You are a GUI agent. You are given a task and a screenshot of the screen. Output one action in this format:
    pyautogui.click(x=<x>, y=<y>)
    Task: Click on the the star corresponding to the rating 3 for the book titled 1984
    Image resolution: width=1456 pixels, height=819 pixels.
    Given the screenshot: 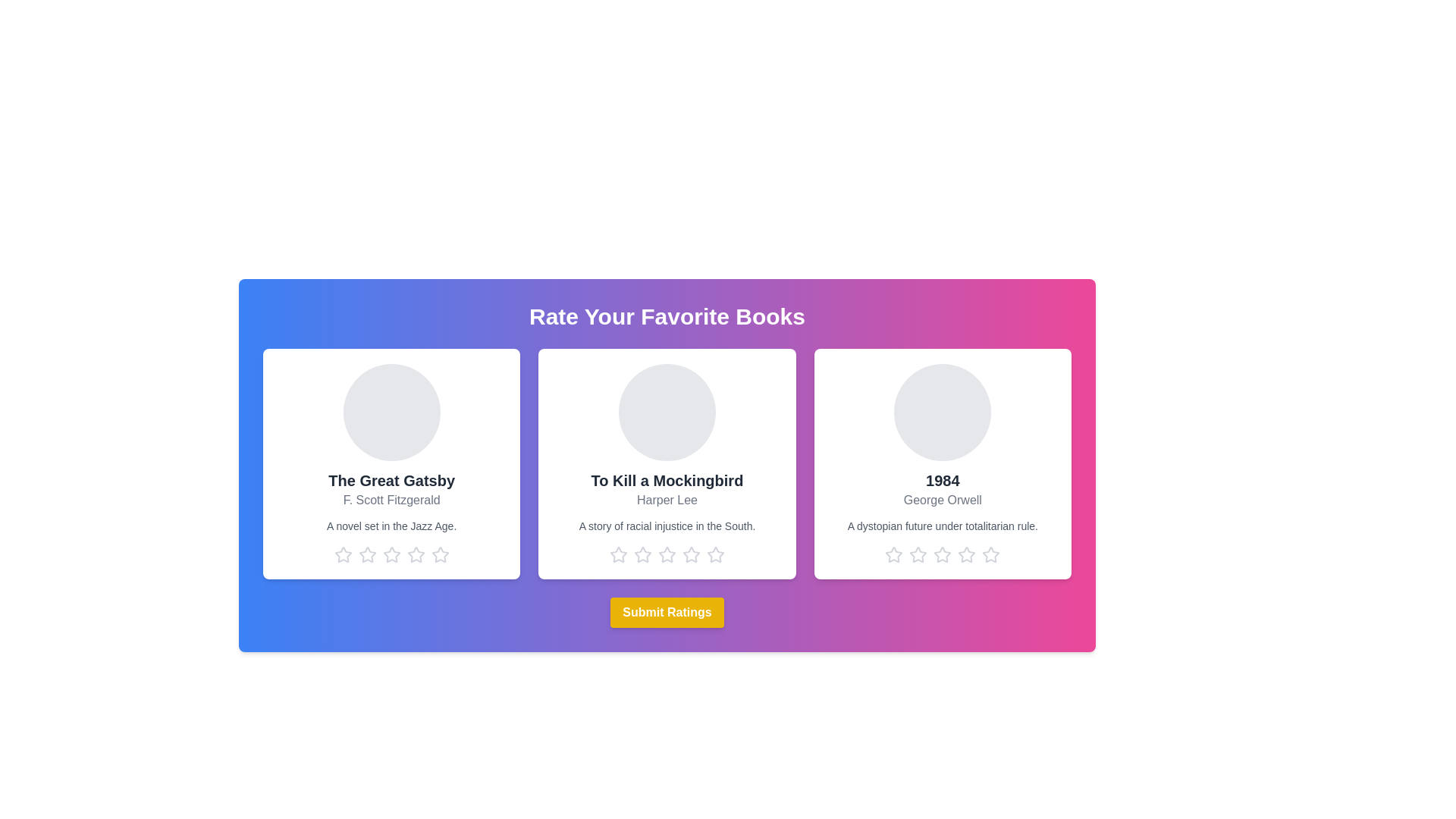 What is the action you would take?
    pyautogui.click(x=942, y=555)
    